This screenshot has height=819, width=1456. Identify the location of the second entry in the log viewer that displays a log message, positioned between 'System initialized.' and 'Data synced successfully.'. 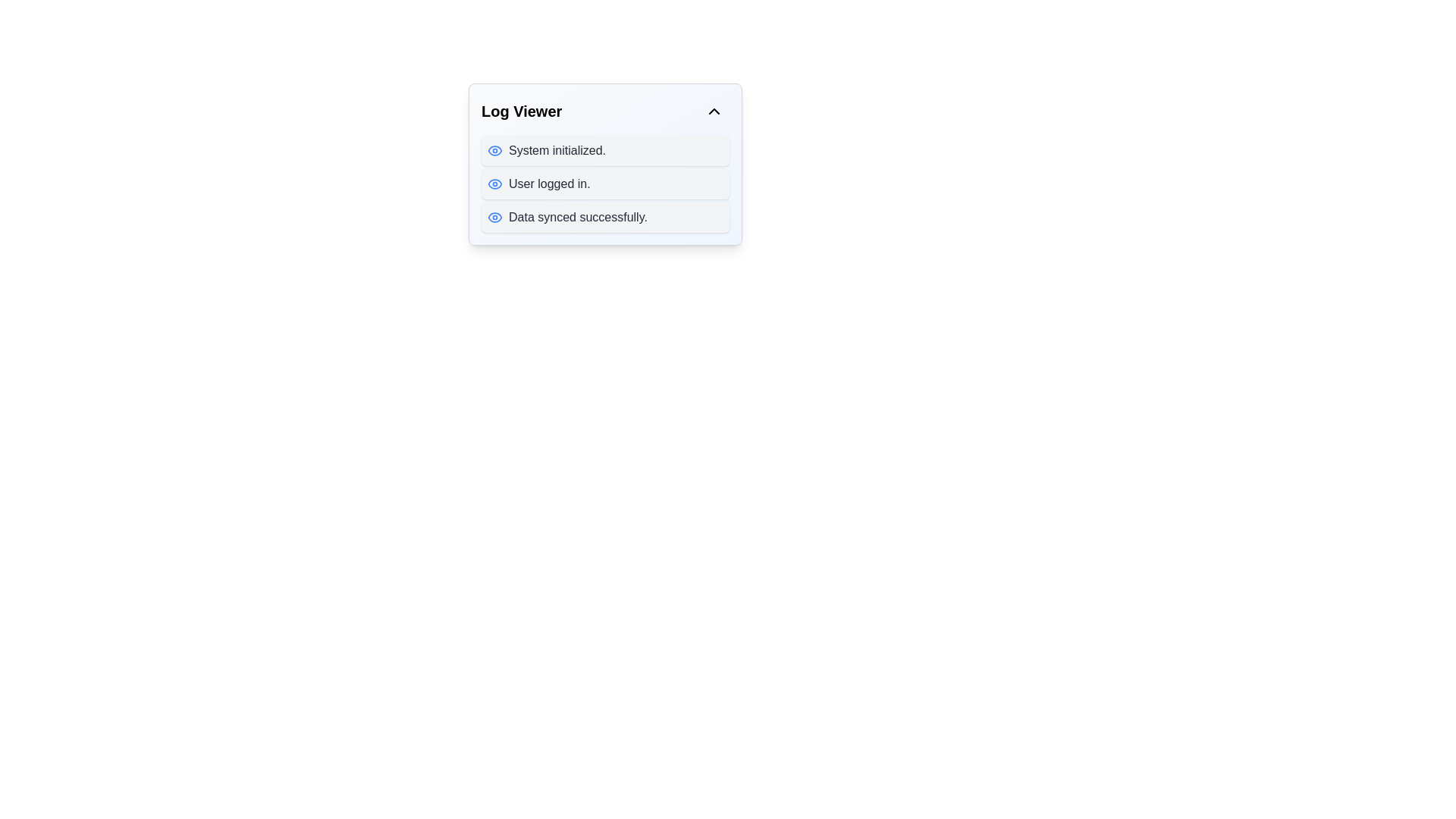
(604, 184).